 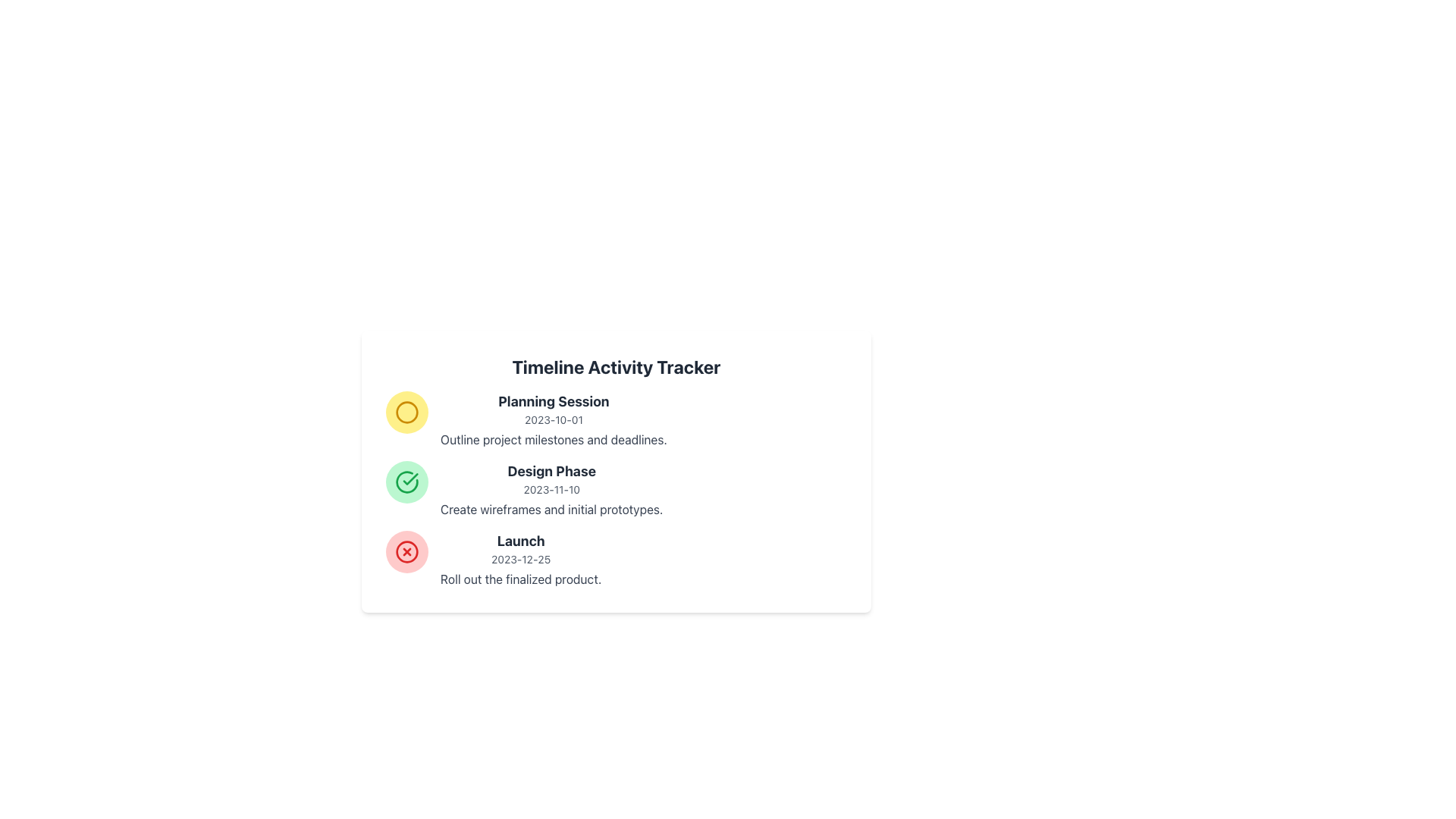 I want to click on text content of the labeled section or card that provides information about the product launch milestone in the vertical timeline display, so click(x=521, y=559).